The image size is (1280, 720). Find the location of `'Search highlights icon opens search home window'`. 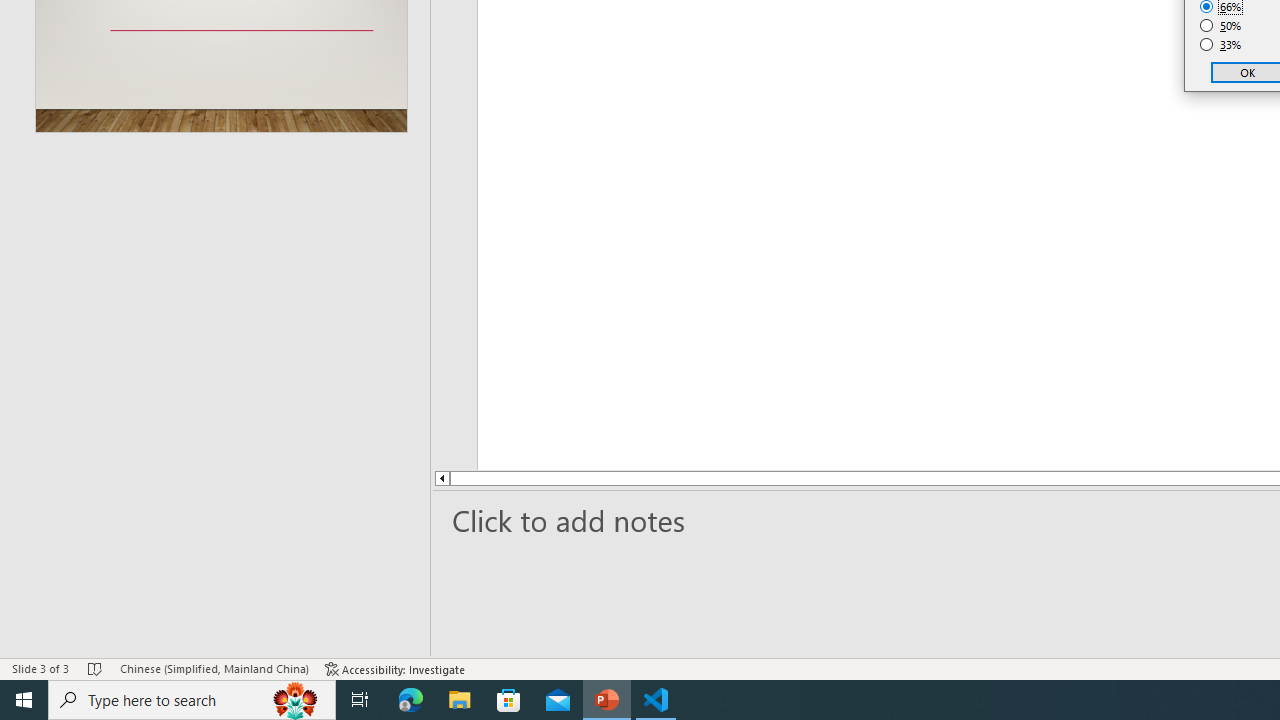

'Search highlights icon opens search home window' is located at coordinates (294, 698).